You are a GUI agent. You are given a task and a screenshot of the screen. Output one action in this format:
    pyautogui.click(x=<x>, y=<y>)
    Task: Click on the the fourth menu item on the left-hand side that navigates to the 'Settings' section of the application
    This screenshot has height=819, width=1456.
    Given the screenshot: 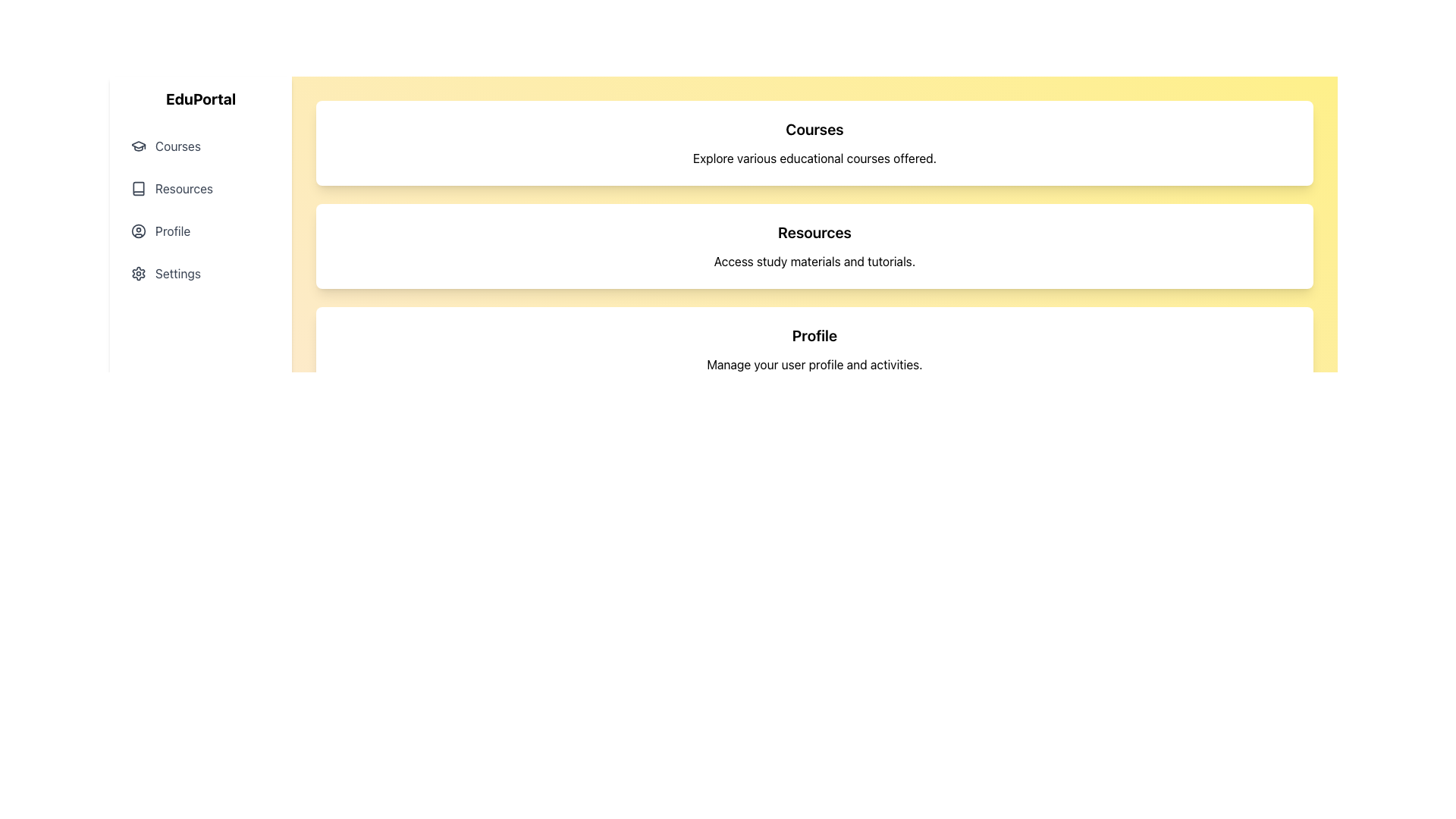 What is the action you would take?
    pyautogui.click(x=199, y=274)
    